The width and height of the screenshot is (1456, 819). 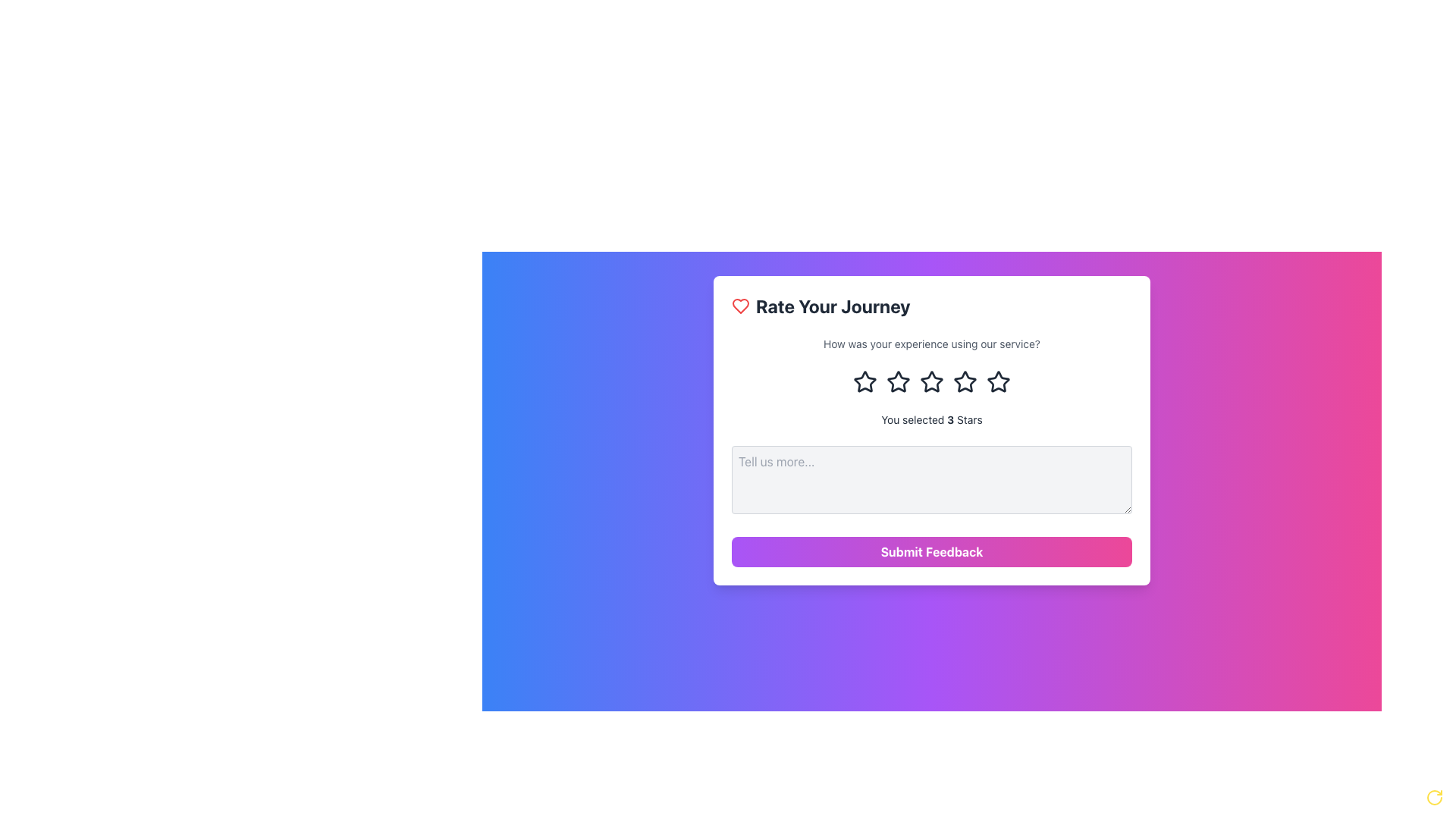 I want to click on the reset or refresh icon button located in the bottom-right corner of the interface, so click(x=1433, y=797).